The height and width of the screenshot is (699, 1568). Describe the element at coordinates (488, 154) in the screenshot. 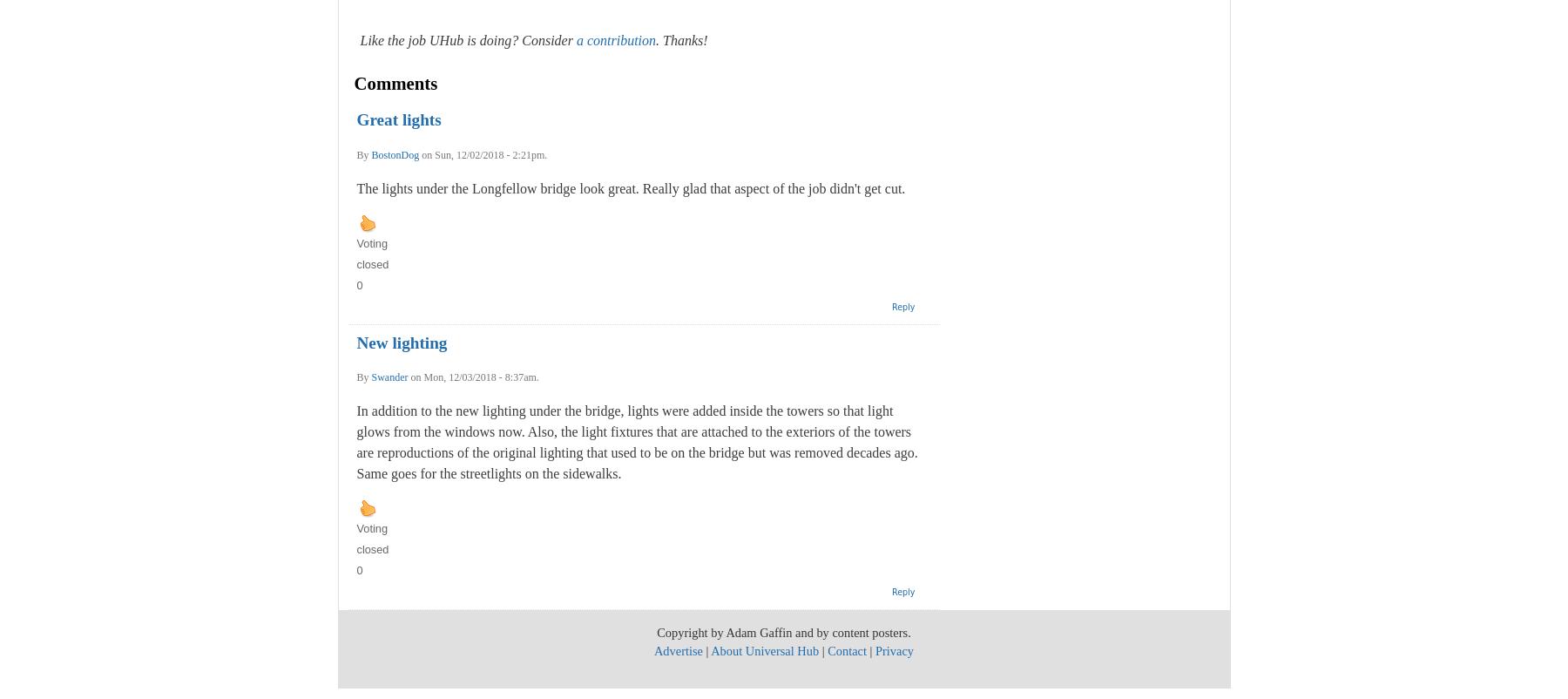

I see `'Sun, 12/02/2018 - 2:21pm'` at that location.